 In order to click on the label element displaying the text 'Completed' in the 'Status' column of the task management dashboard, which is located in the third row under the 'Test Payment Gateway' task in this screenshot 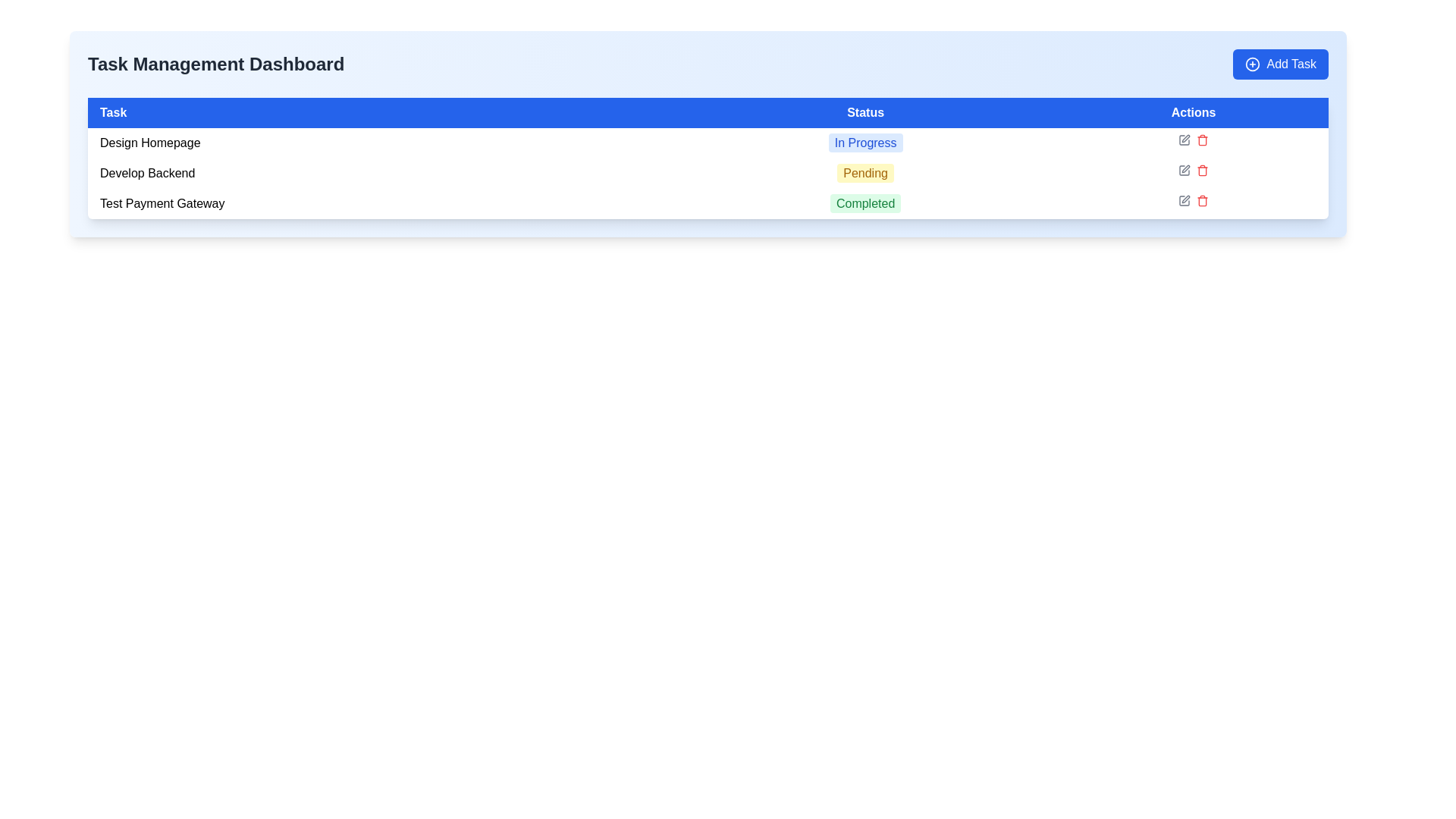, I will do `click(865, 202)`.